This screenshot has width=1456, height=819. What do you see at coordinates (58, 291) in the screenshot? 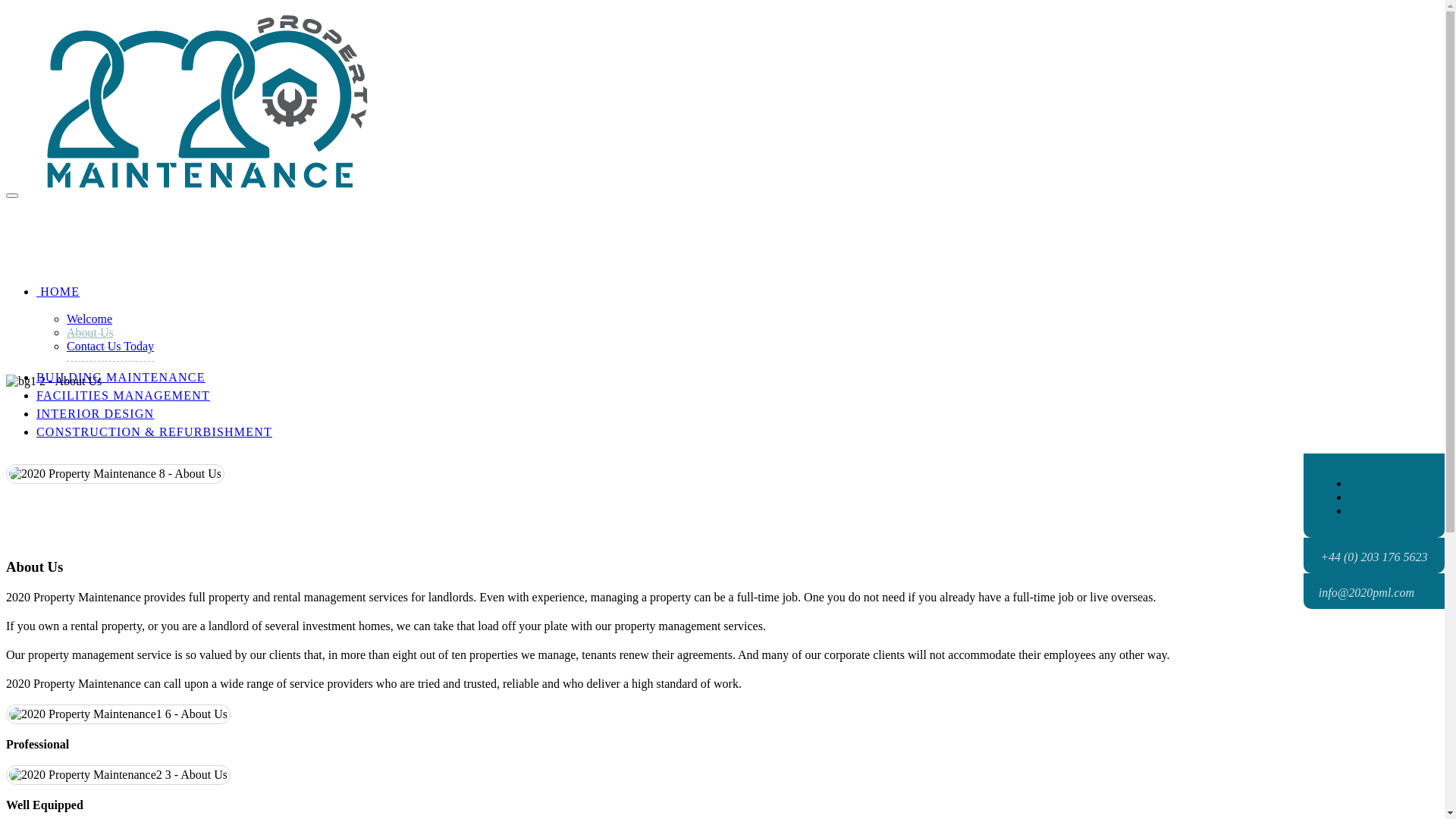
I see `' HOME'` at bounding box center [58, 291].